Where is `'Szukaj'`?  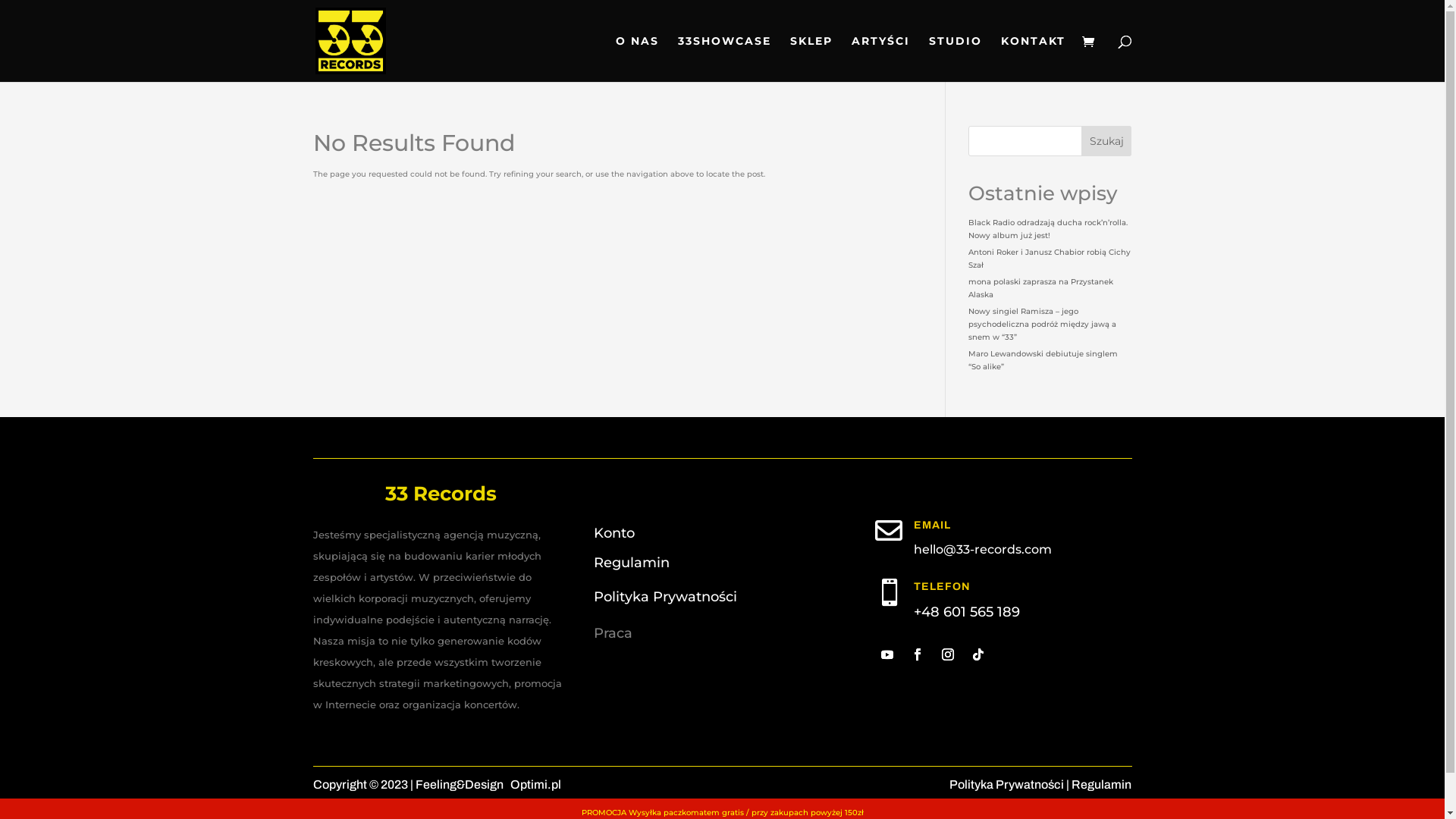
'Szukaj' is located at coordinates (1106, 140).